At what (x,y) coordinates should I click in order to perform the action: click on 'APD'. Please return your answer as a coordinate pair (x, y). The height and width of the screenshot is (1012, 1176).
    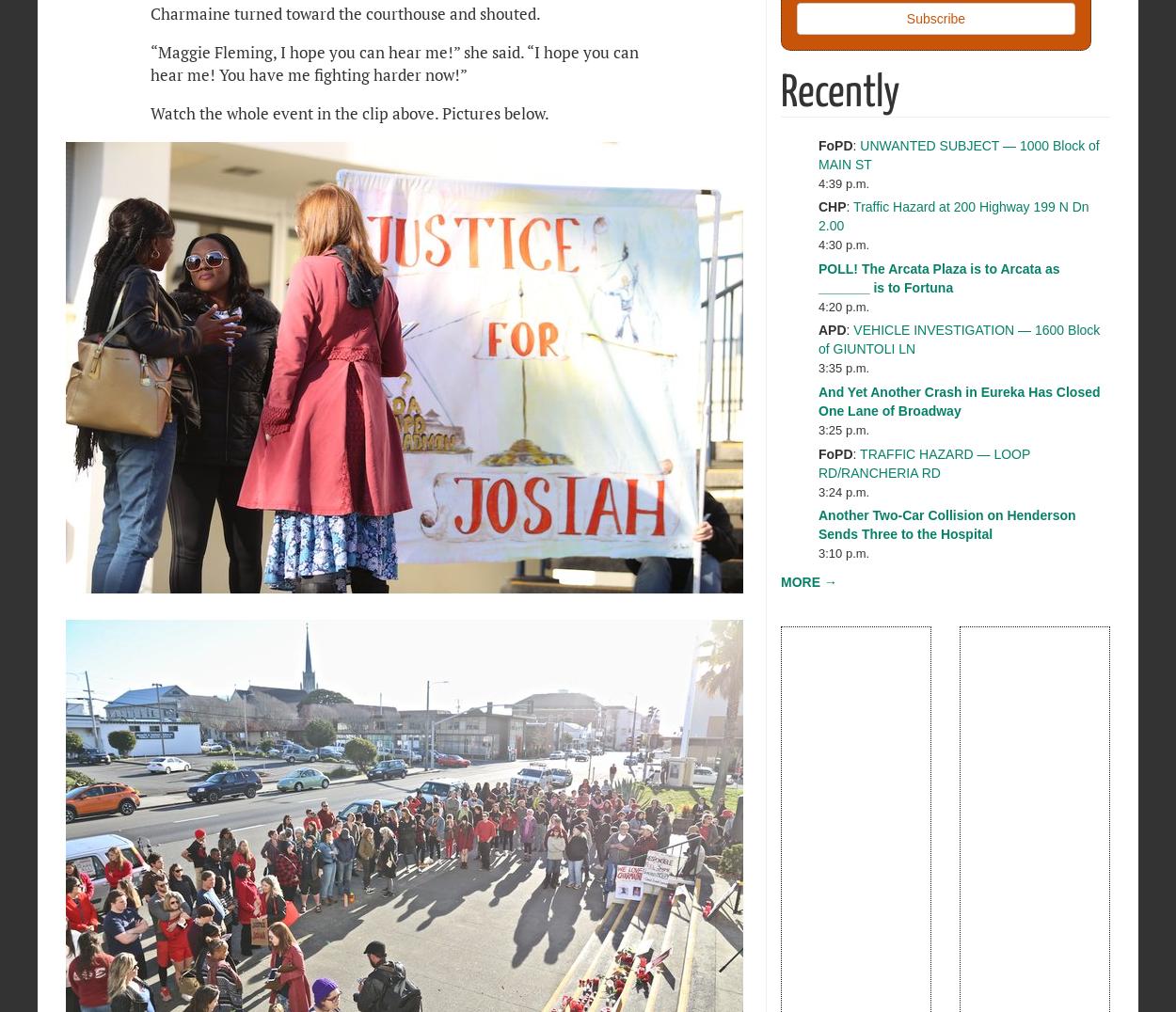
    Looking at the image, I should click on (832, 329).